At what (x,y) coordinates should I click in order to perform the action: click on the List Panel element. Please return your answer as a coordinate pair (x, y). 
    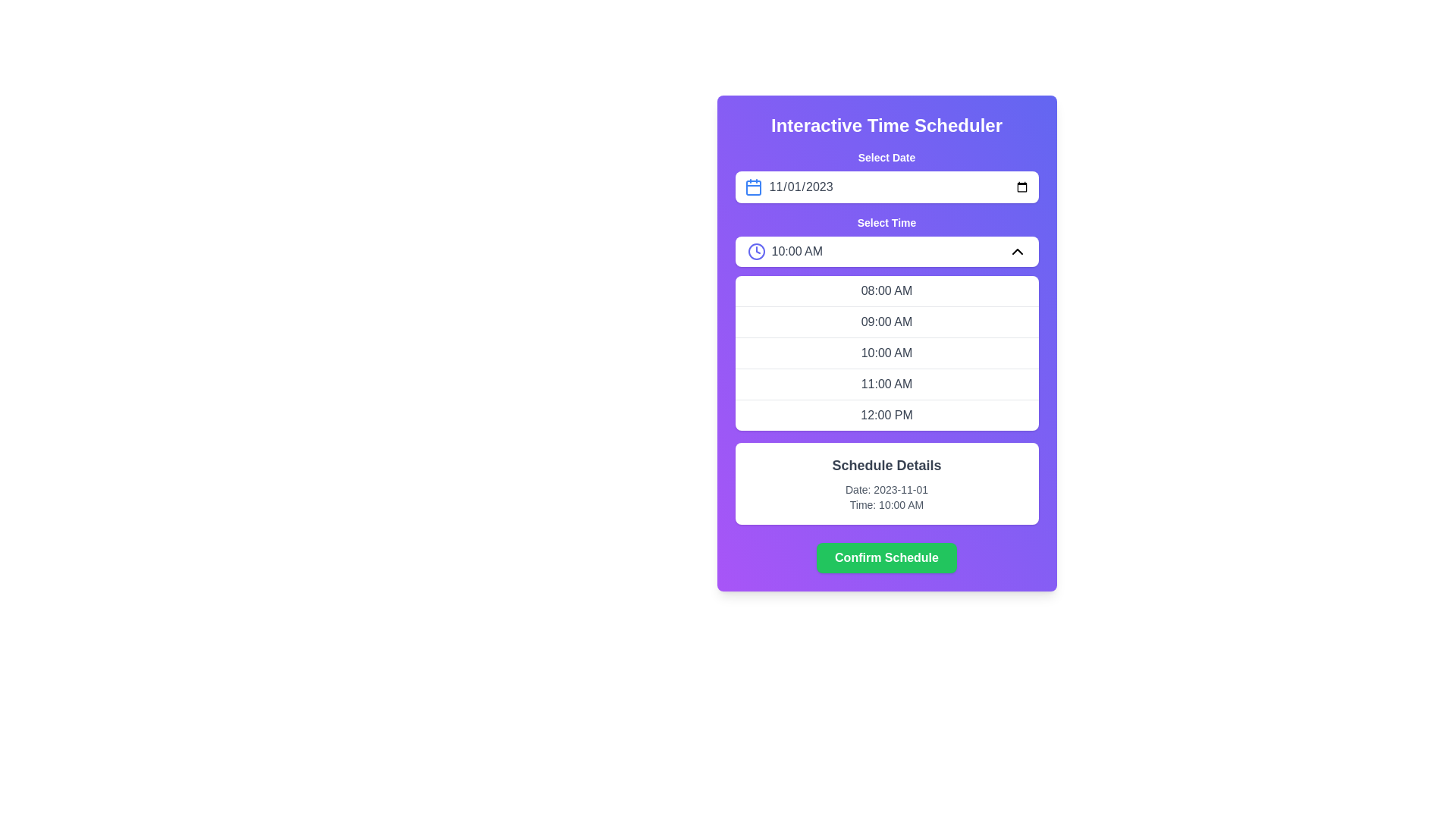
    Looking at the image, I should click on (886, 353).